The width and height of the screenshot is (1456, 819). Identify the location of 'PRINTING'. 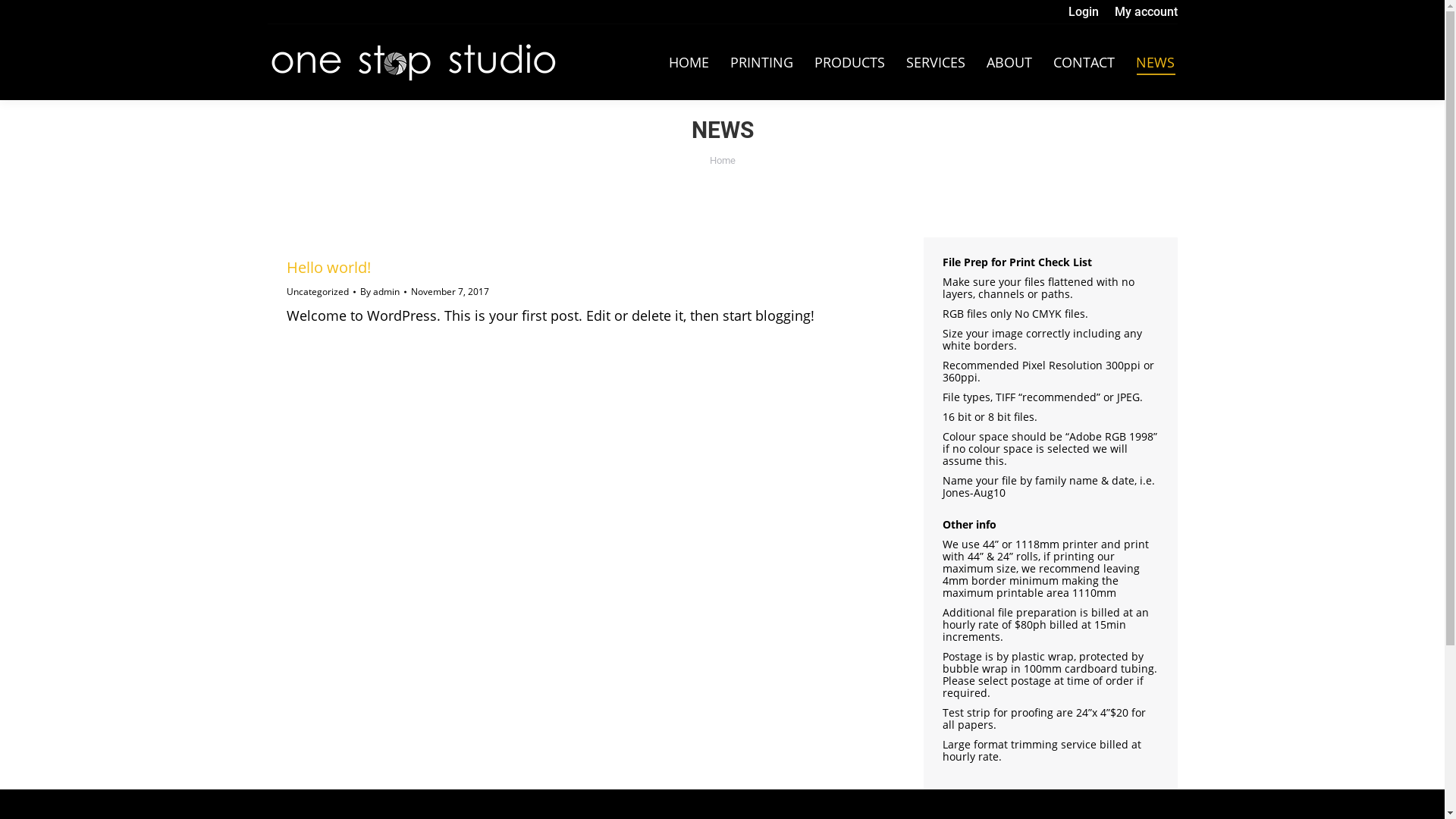
(761, 61).